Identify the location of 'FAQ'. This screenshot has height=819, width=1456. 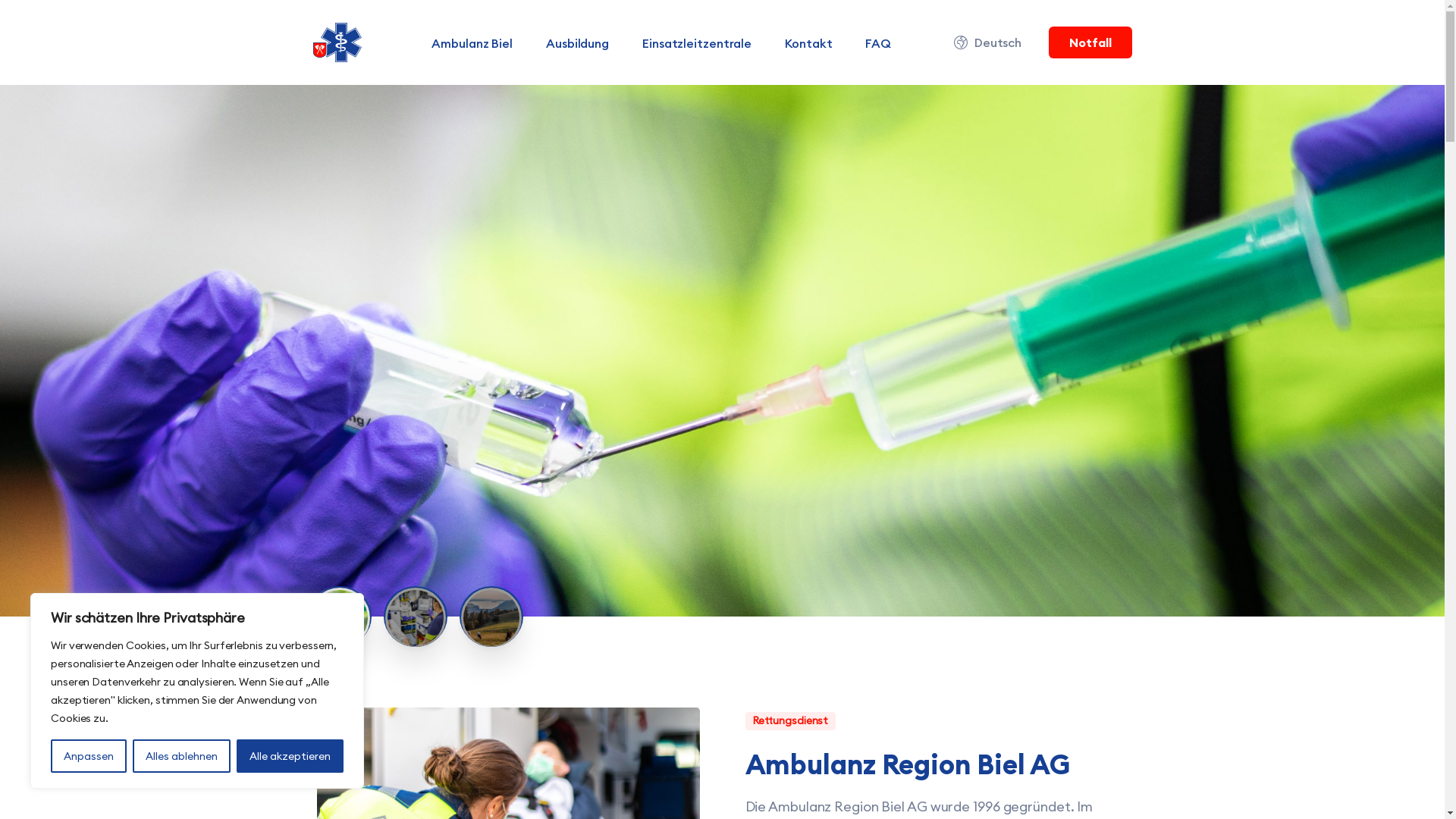
(877, 42).